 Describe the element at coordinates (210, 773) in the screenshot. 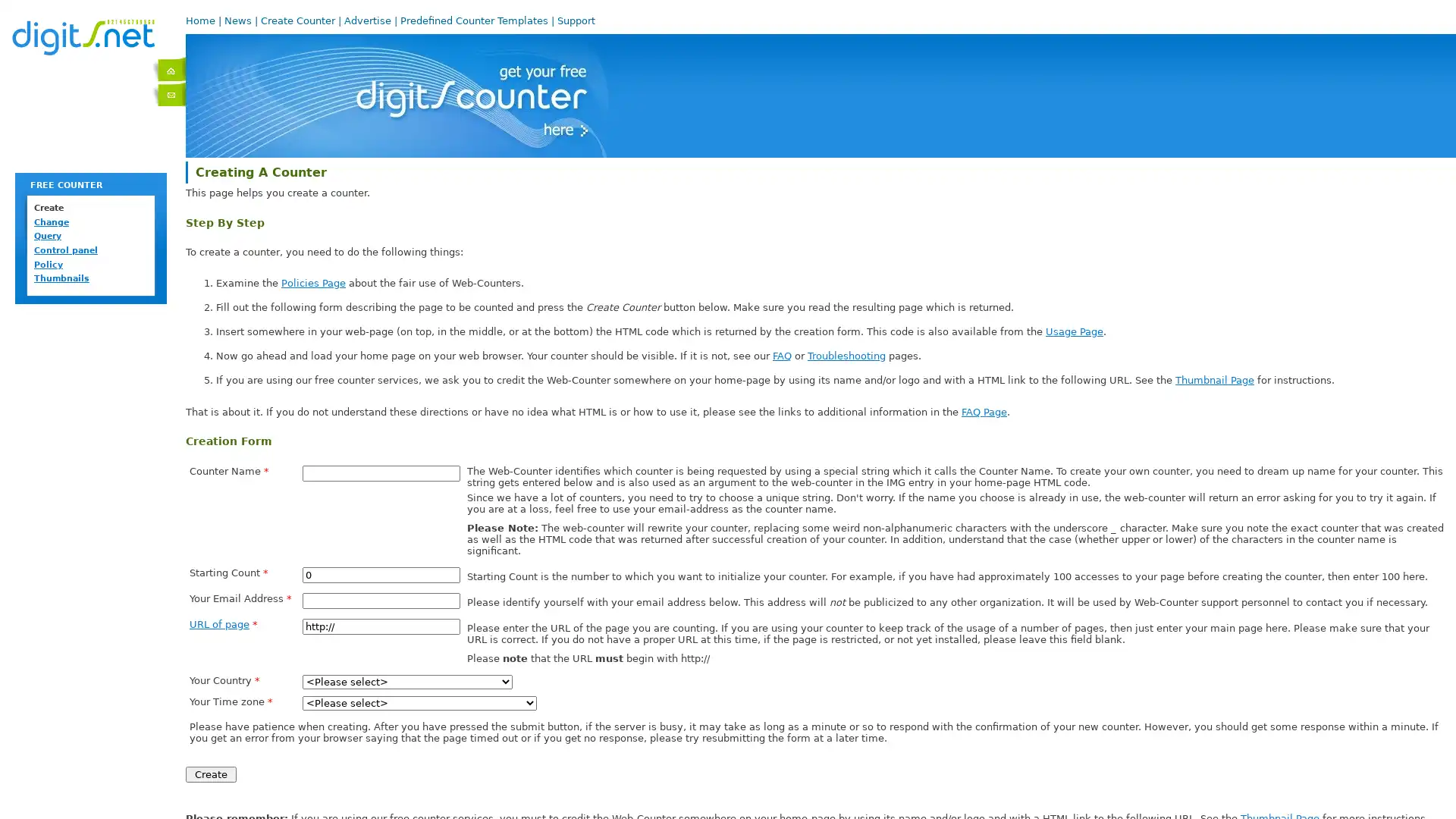

I see `Create` at that location.